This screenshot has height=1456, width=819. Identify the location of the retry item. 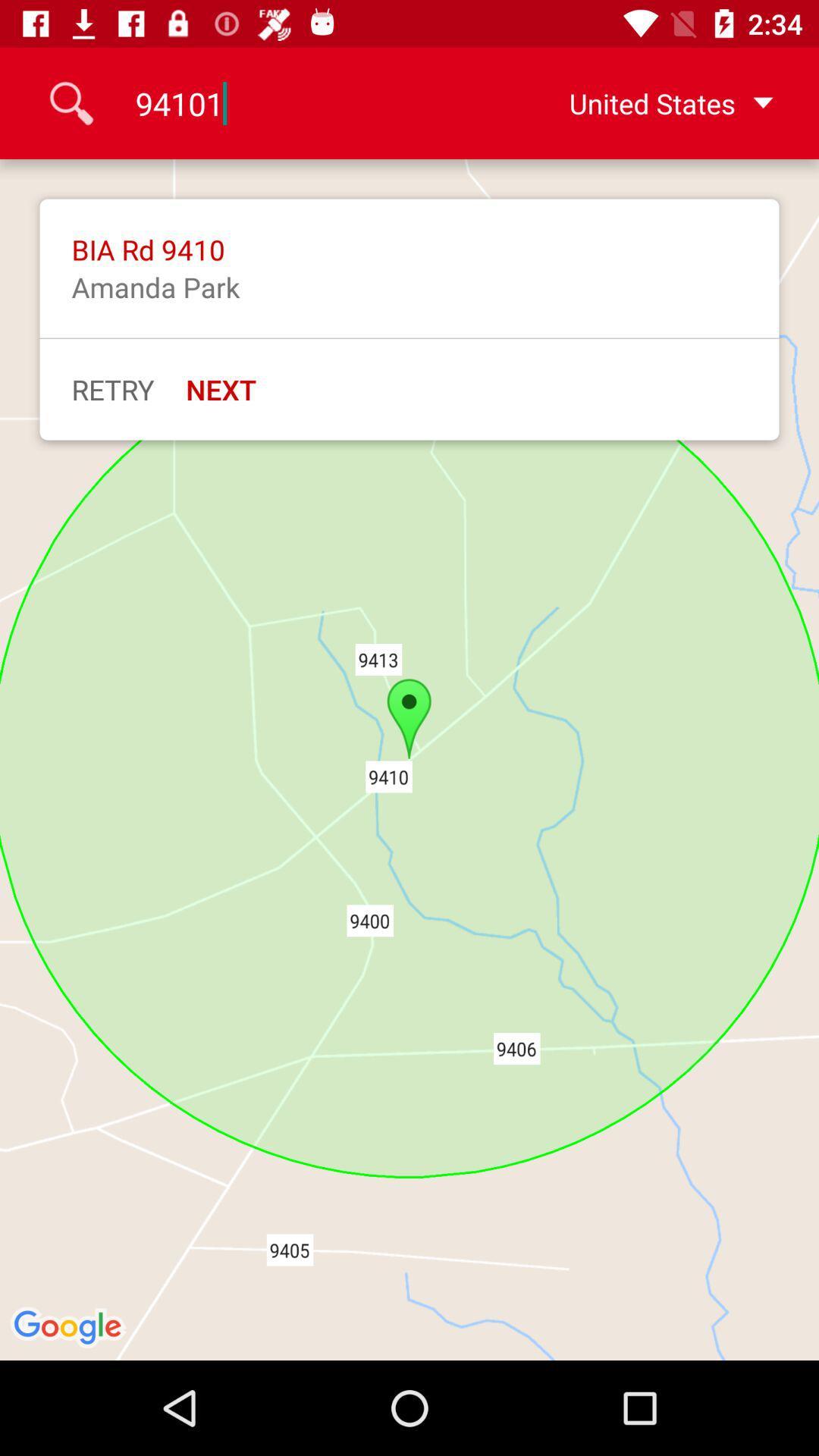
(111, 389).